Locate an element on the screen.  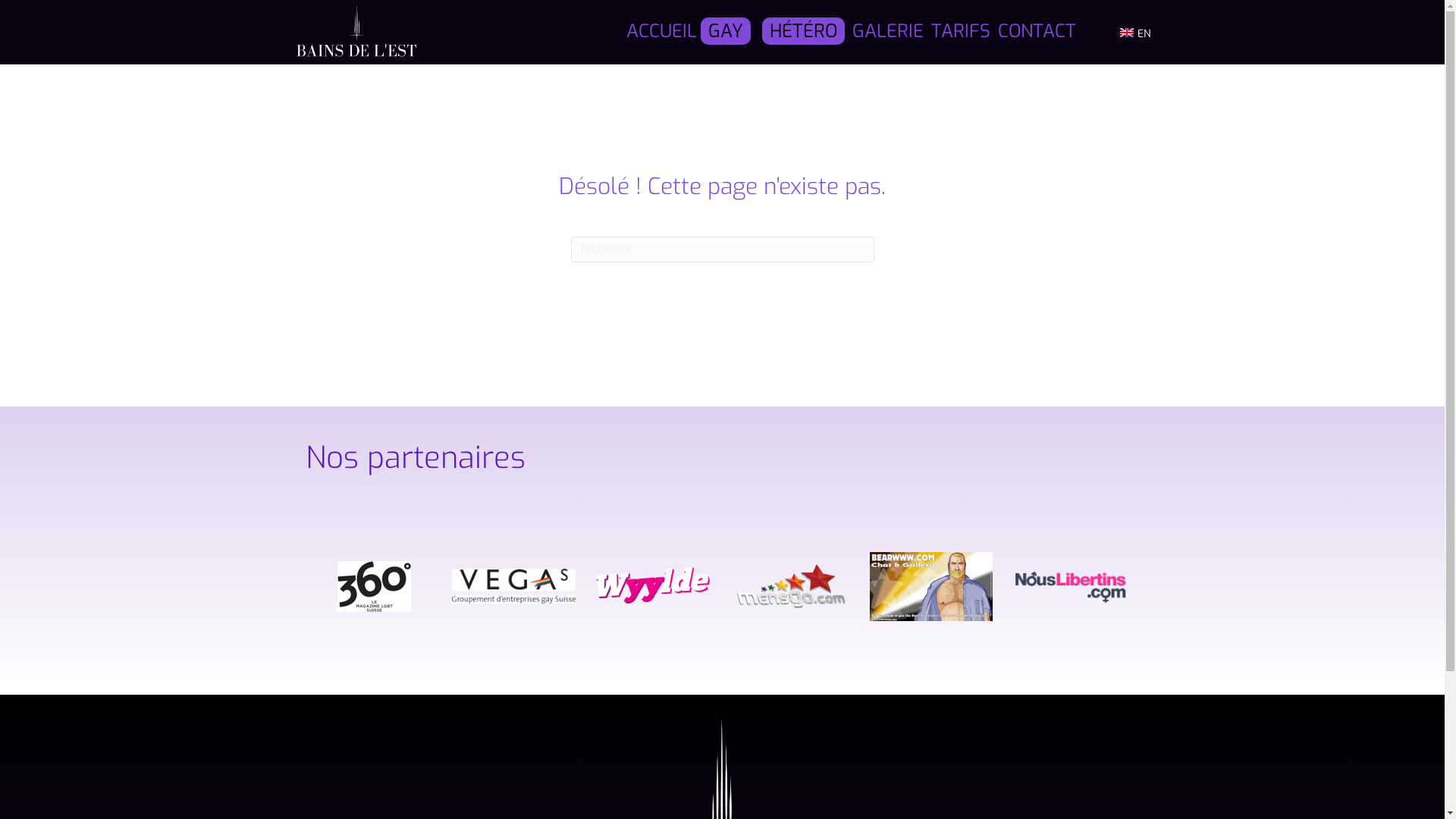
'En' is located at coordinates (1127, 32).